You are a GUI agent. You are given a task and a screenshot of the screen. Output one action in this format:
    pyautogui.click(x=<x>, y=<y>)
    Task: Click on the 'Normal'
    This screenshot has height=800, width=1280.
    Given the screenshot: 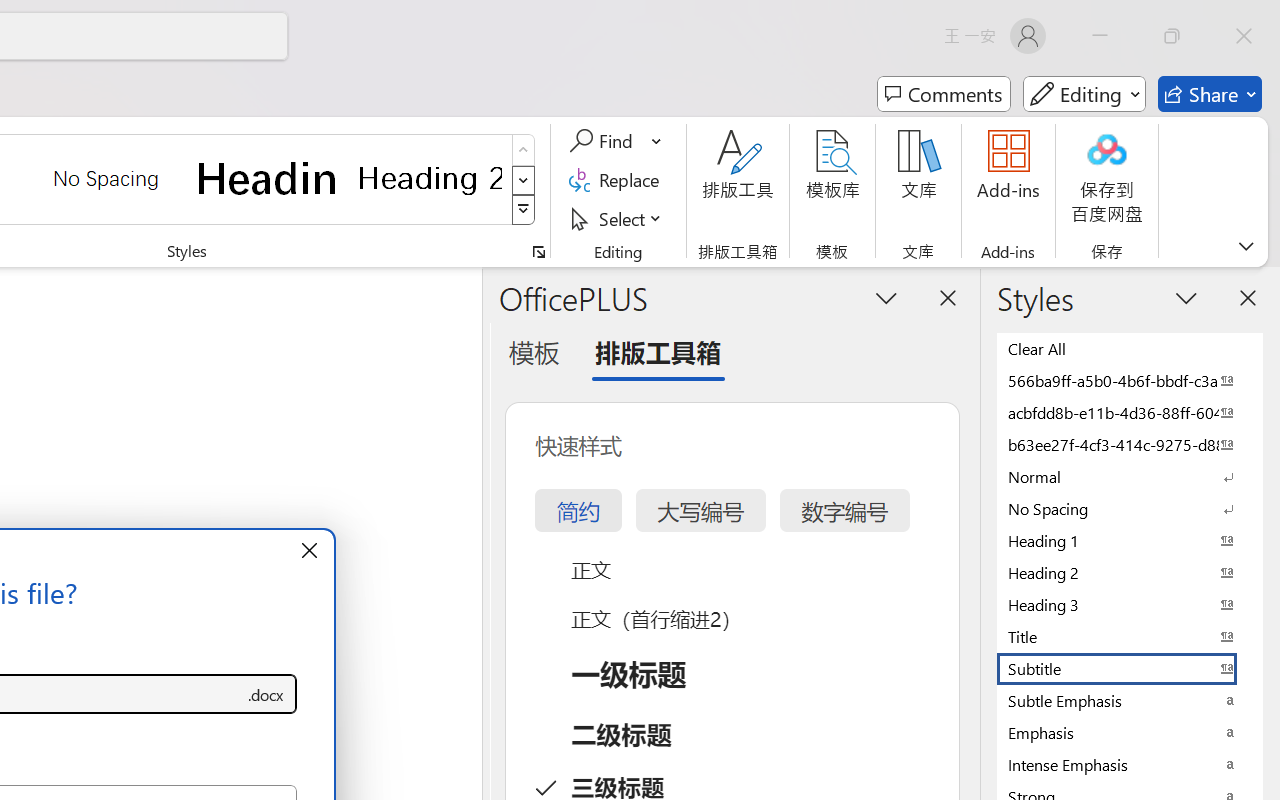 What is the action you would take?
    pyautogui.click(x=1130, y=476)
    